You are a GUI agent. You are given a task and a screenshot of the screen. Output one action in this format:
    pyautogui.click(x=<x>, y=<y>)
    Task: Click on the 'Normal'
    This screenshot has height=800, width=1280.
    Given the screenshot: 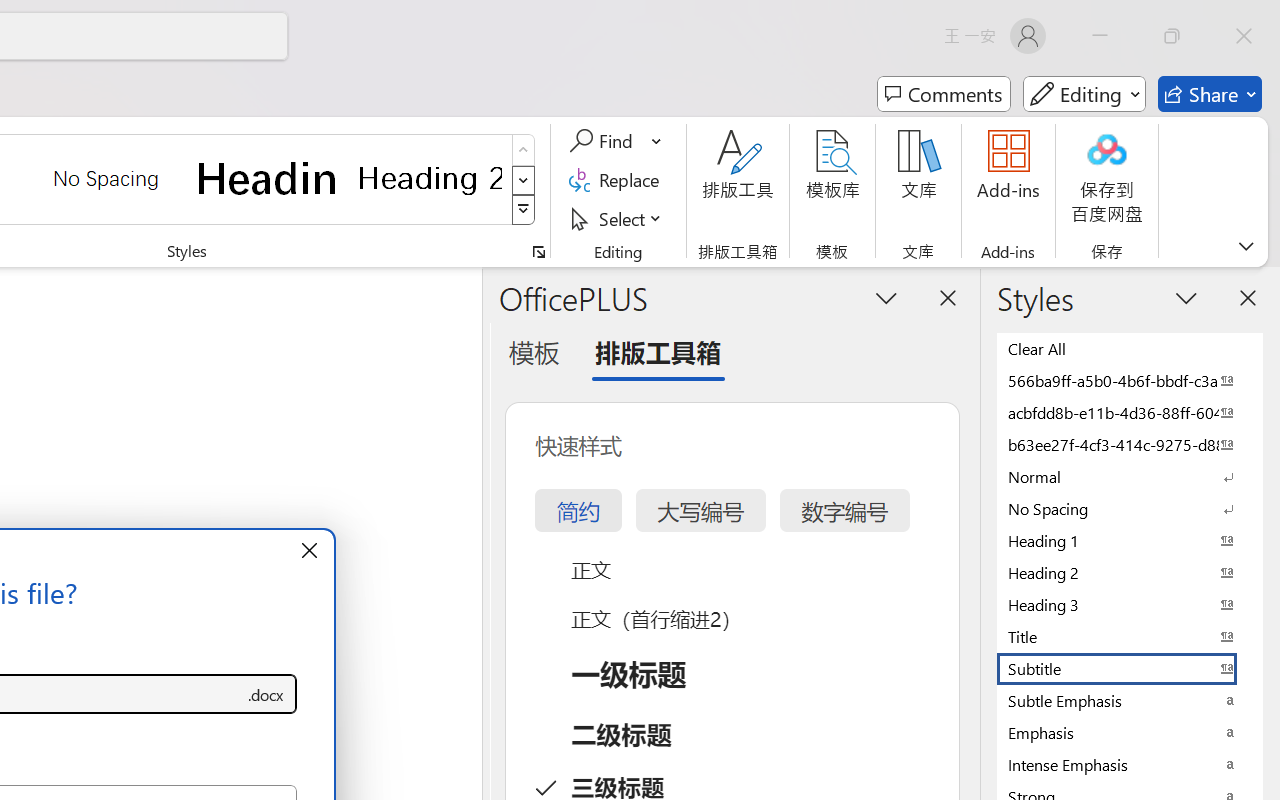 What is the action you would take?
    pyautogui.click(x=1130, y=476)
    